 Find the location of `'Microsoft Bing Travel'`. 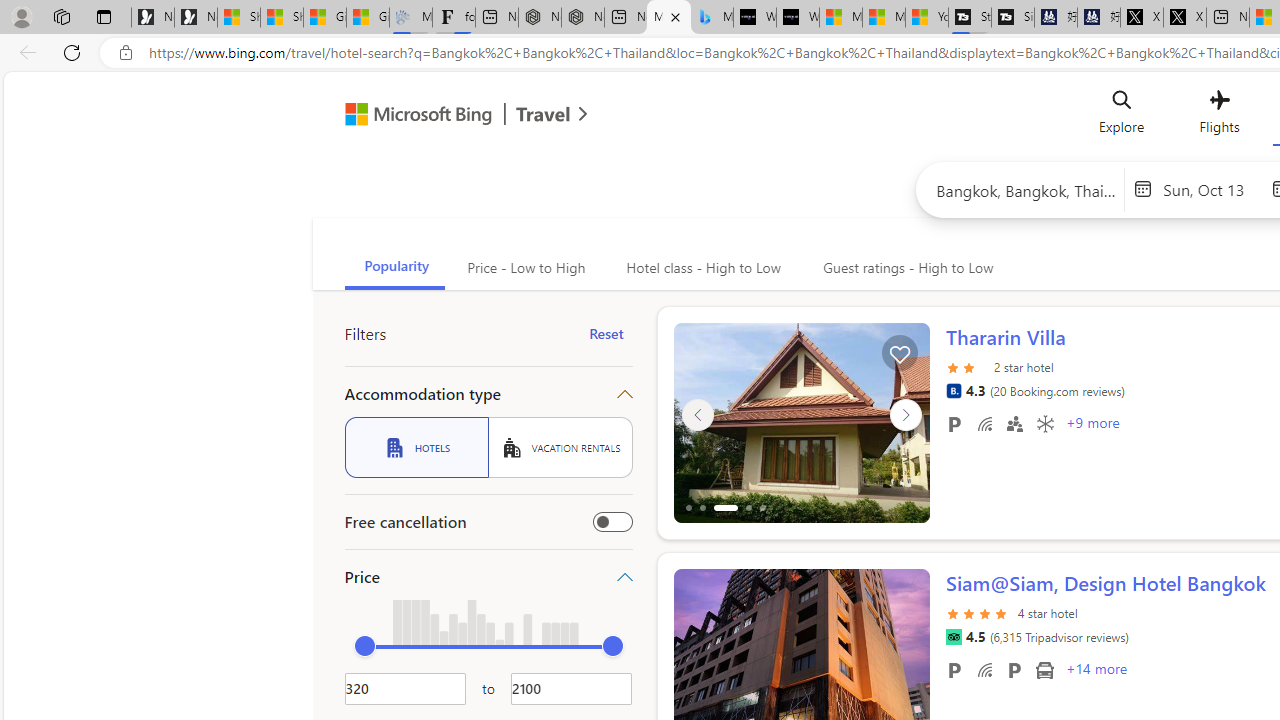

'Microsoft Bing Travel' is located at coordinates (444, 117).